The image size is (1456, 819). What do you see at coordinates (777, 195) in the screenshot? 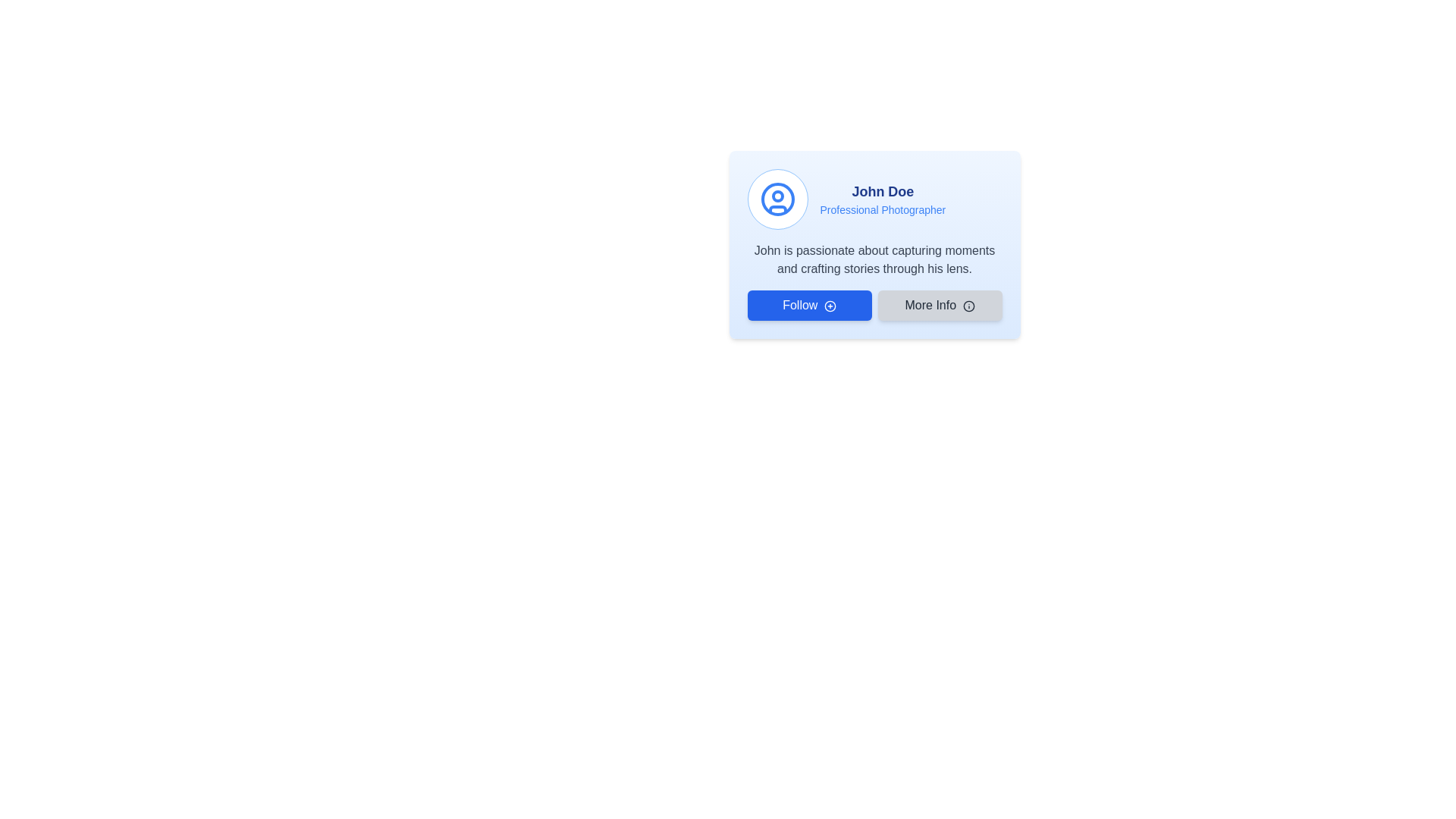
I see `the facial part icon in the user profile located at the top-middle of the card interface` at bounding box center [777, 195].